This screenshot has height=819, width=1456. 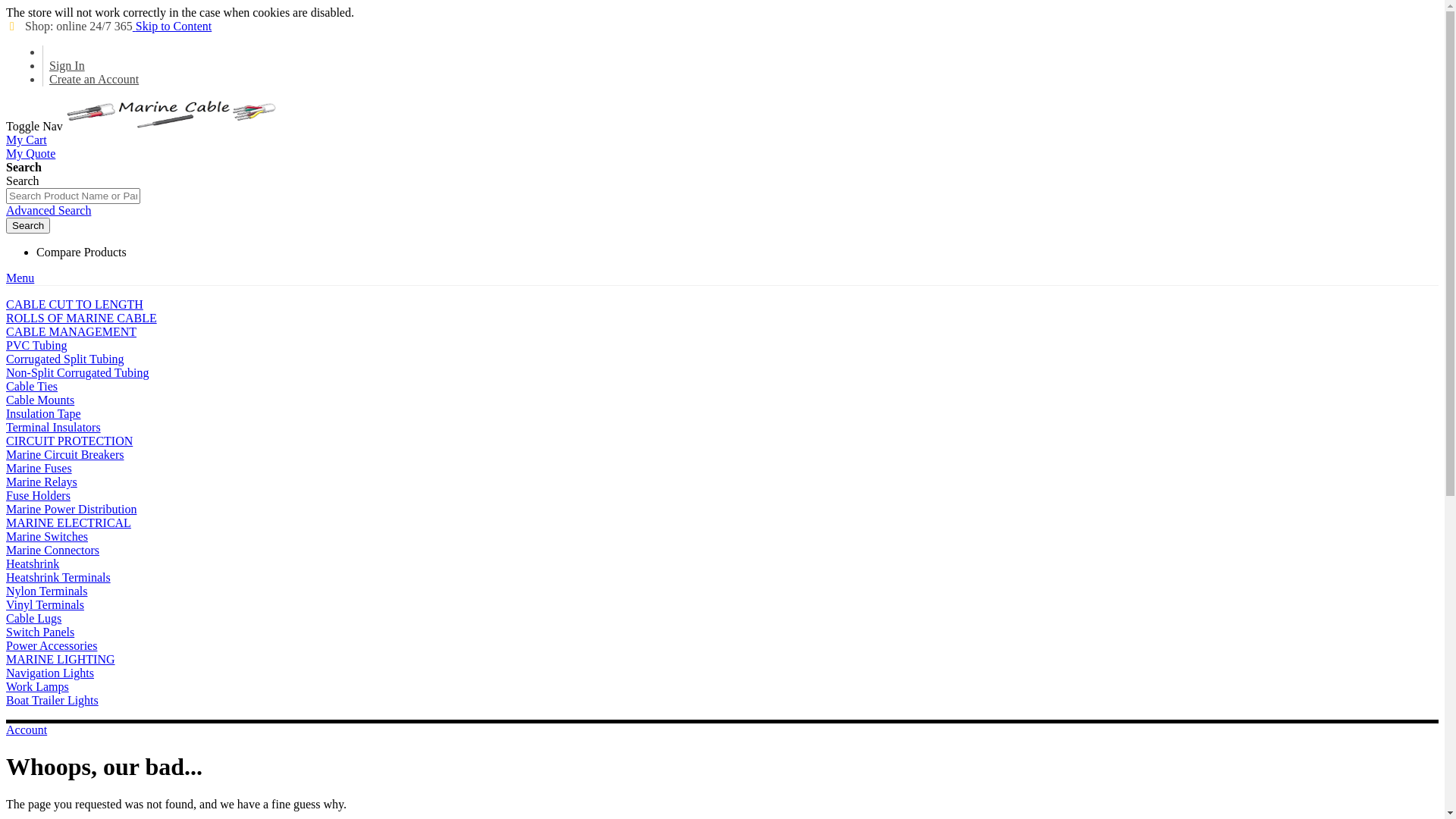 What do you see at coordinates (51, 645) in the screenshot?
I see `'Power Accessories'` at bounding box center [51, 645].